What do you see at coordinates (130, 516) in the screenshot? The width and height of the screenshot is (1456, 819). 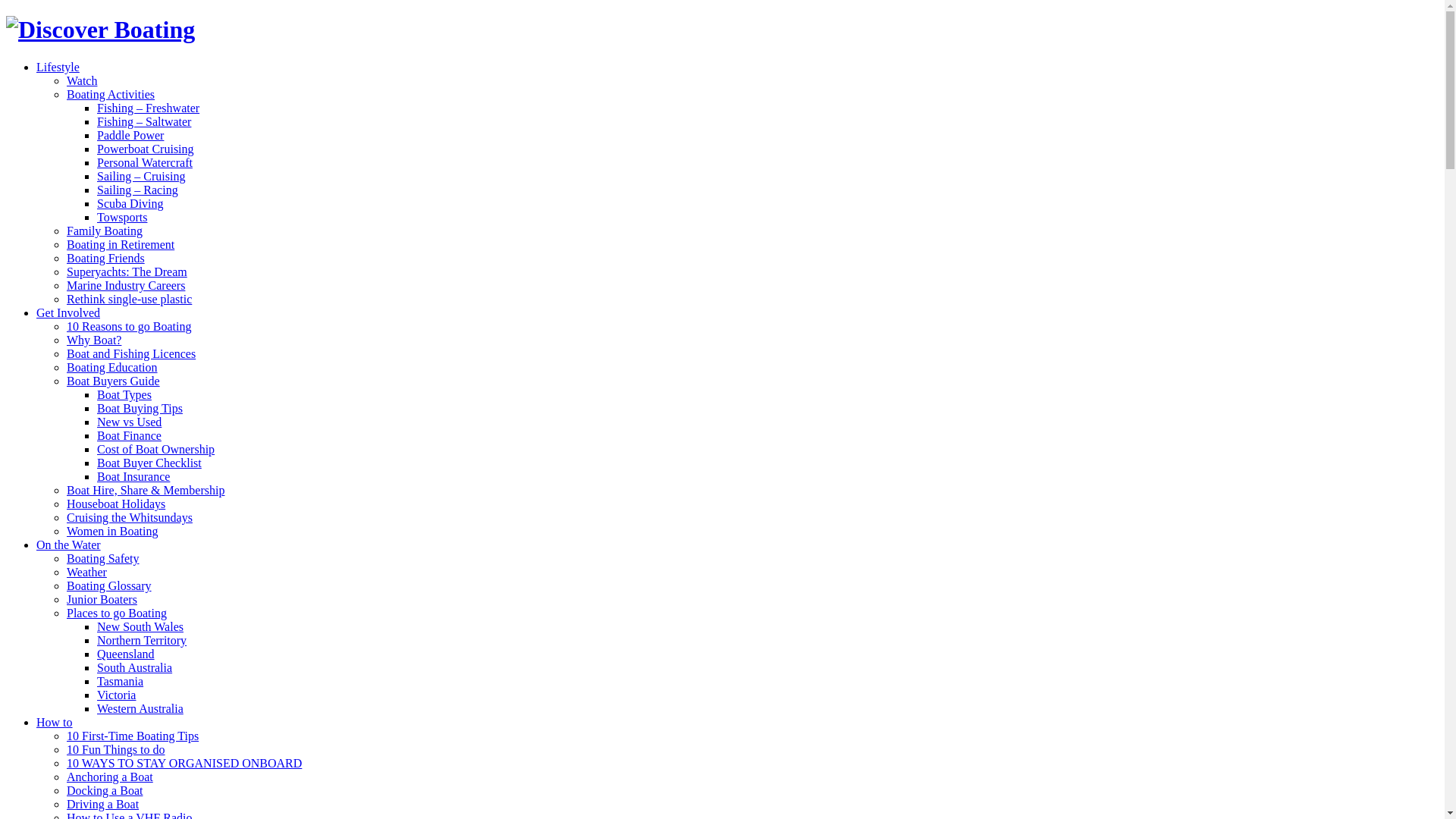 I see `'Cruising the Whitsundays'` at bounding box center [130, 516].